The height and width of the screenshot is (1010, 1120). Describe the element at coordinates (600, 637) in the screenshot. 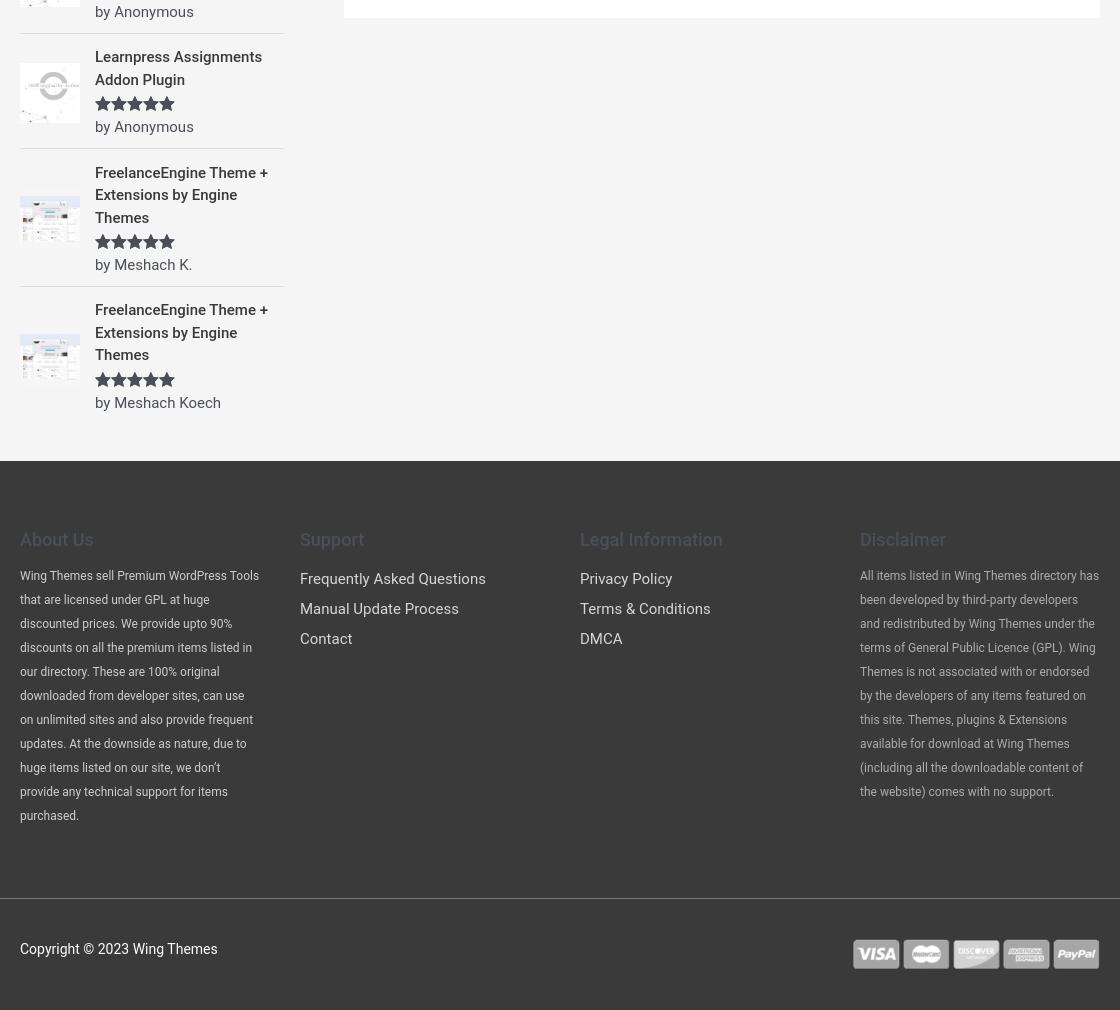

I see `'DMCA'` at that location.